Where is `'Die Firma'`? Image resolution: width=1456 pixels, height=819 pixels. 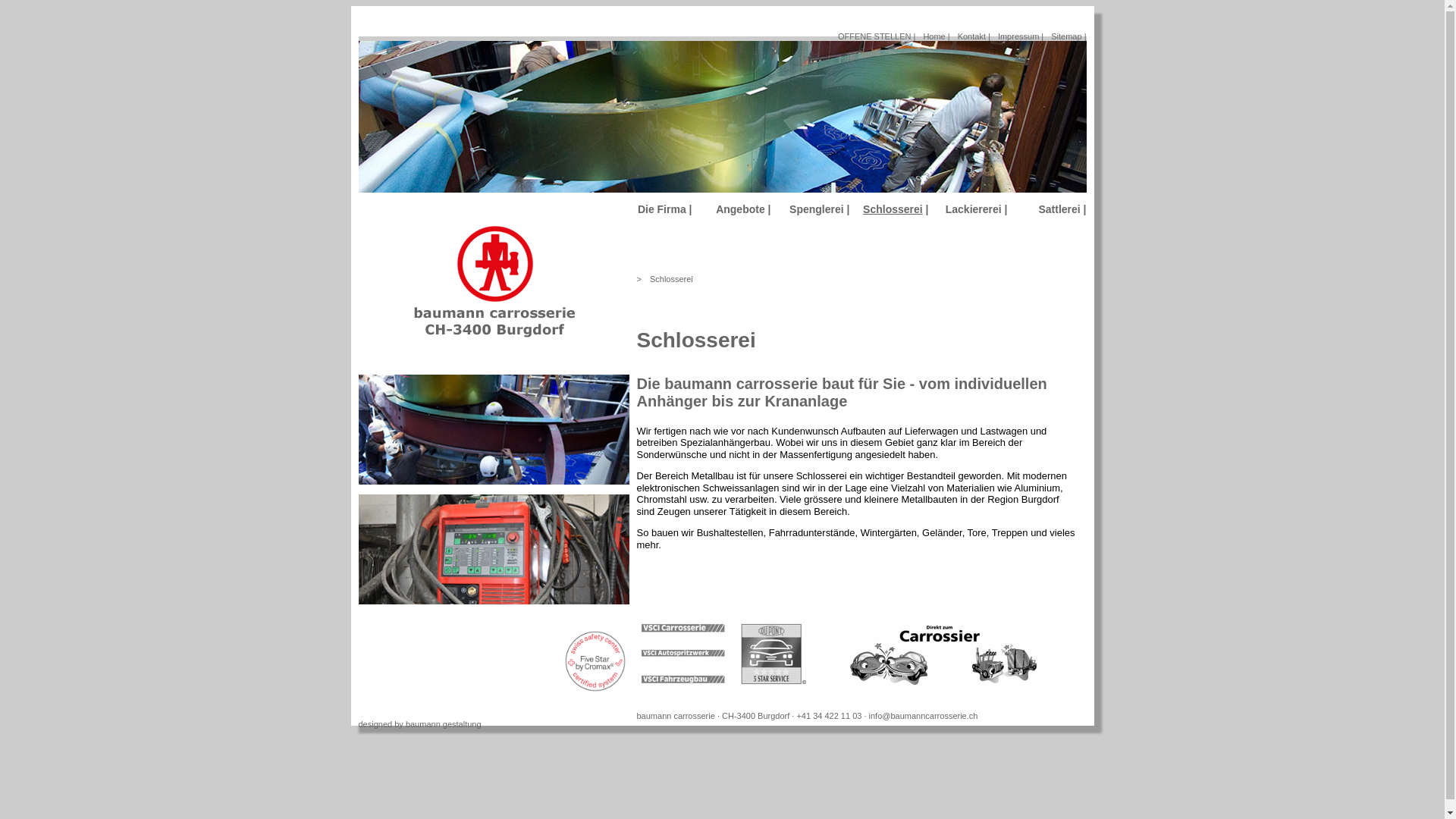 'Die Firma' is located at coordinates (662, 209).